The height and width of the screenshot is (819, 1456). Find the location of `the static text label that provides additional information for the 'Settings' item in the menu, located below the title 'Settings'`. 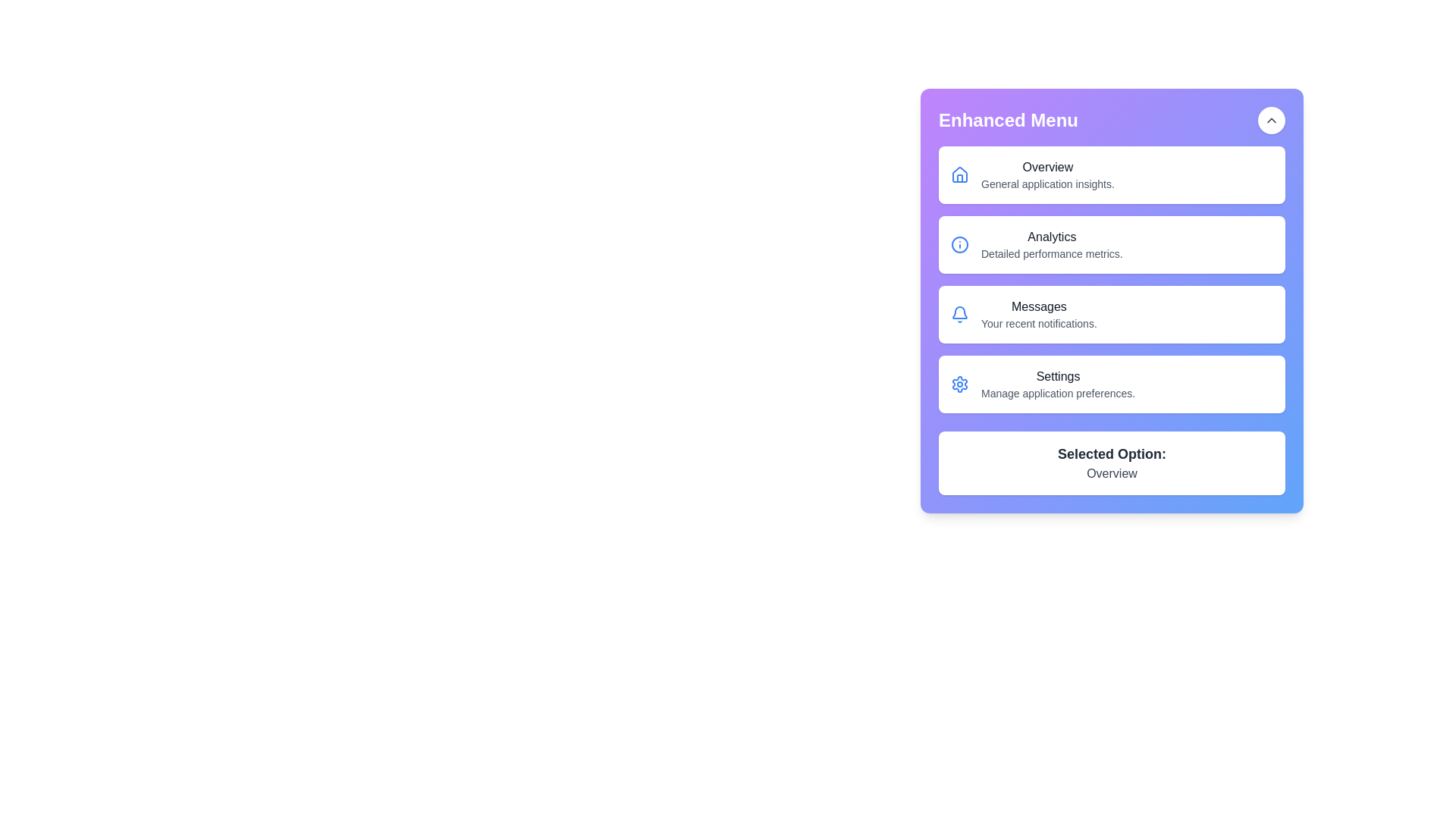

the static text label that provides additional information for the 'Settings' item in the menu, located below the title 'Settings' is located at coordinates (1057, 393).